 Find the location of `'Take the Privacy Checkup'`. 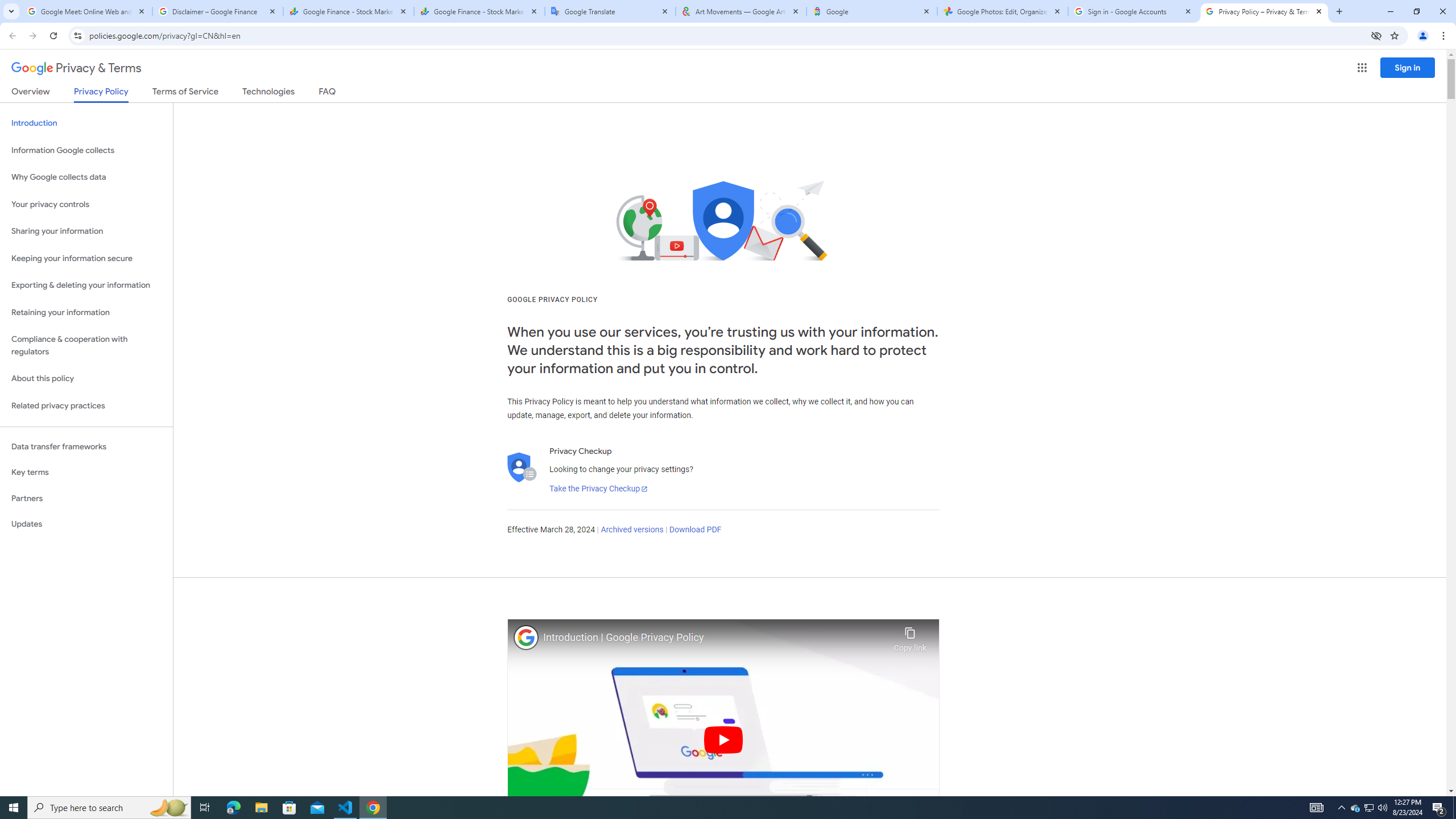

'Take the Privacy Checkup' is located at coordinates (598, 488).